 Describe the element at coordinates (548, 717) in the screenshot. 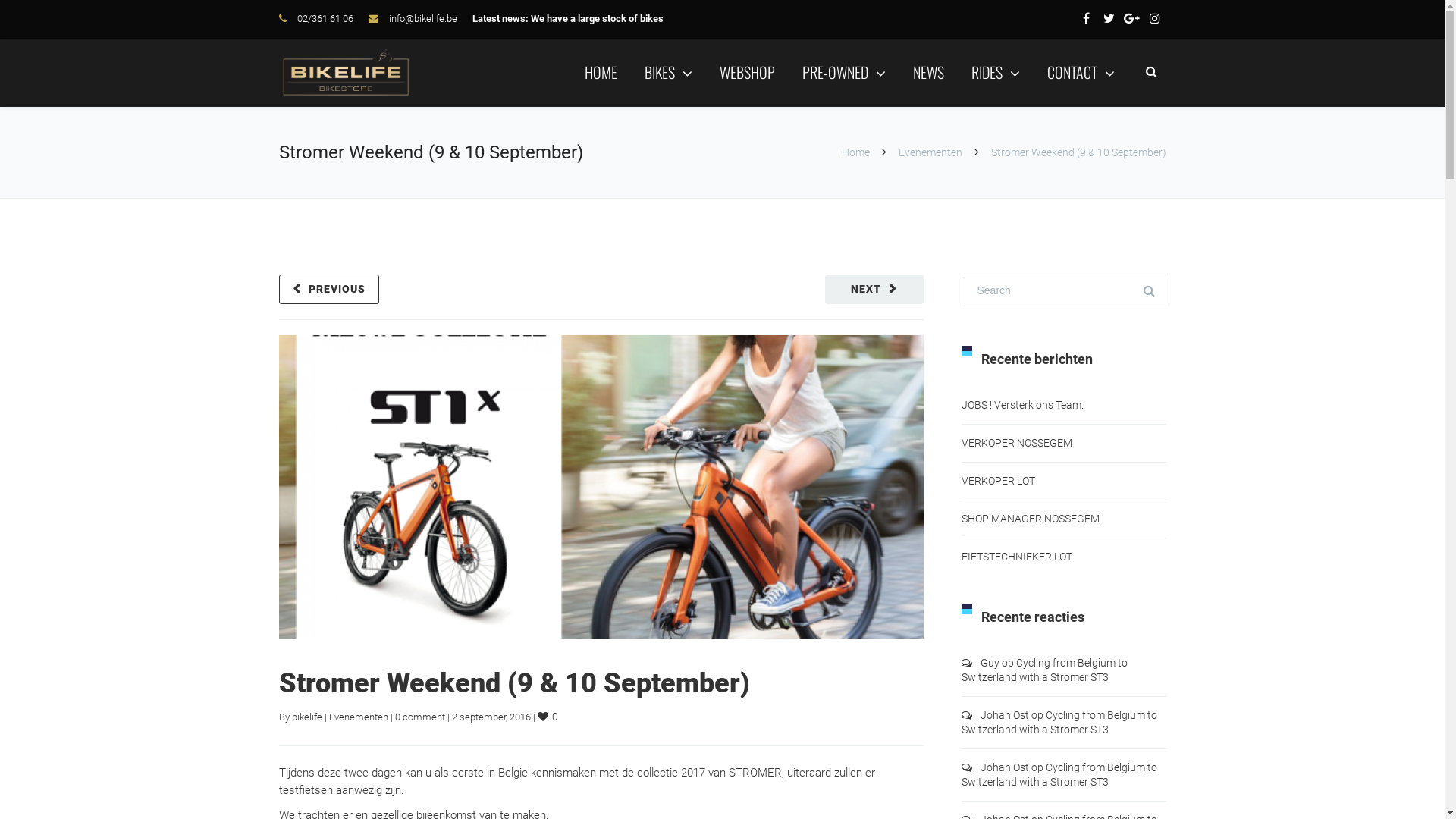

I see `'0 '` at that location.